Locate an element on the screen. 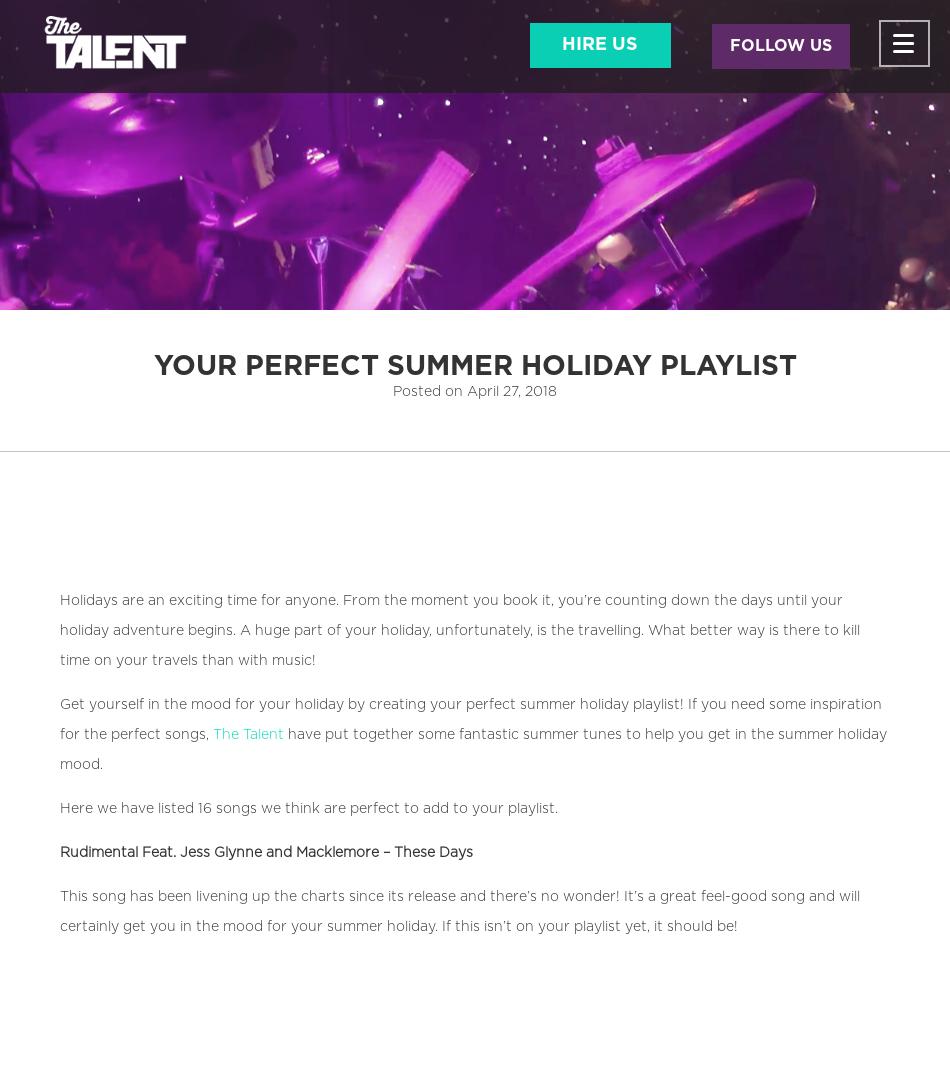 The image size is (950, 1072). 'have put together some fantastic summer tunes to help you get in the summer holiday mood.' is located at coordinates (472, 749).